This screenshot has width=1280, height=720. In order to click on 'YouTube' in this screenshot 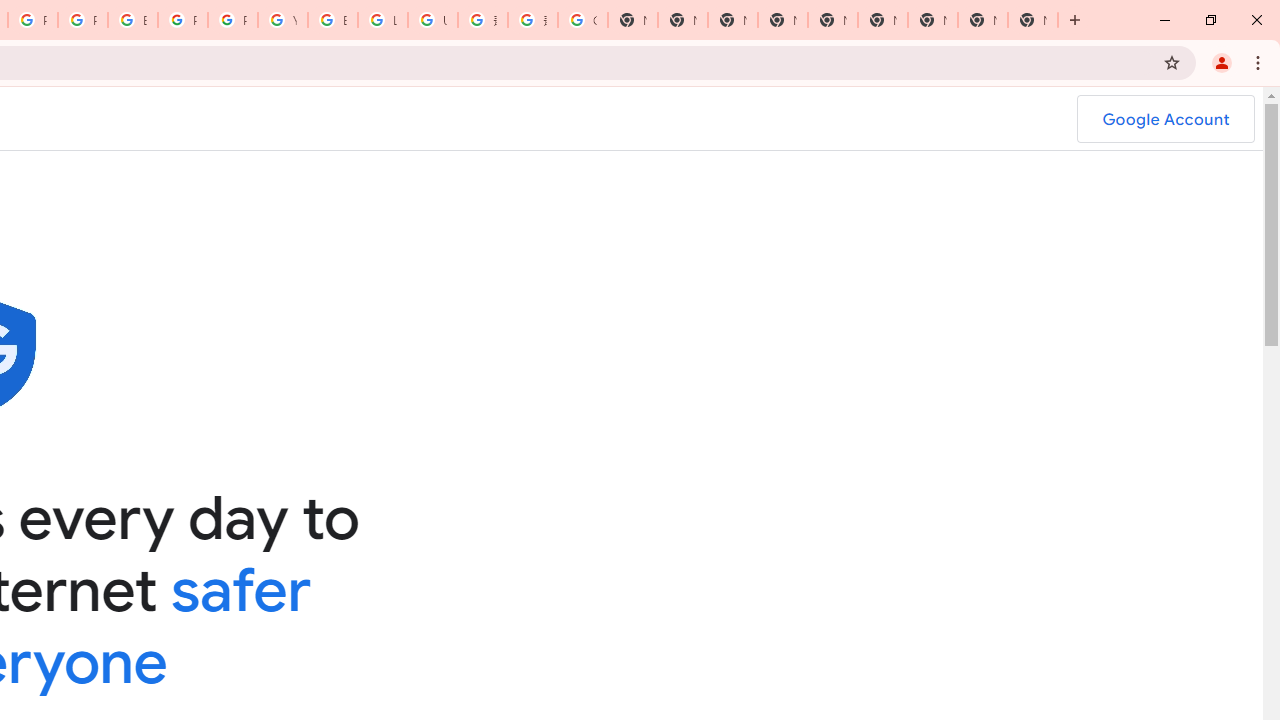, I will do `click(282, 20)`.